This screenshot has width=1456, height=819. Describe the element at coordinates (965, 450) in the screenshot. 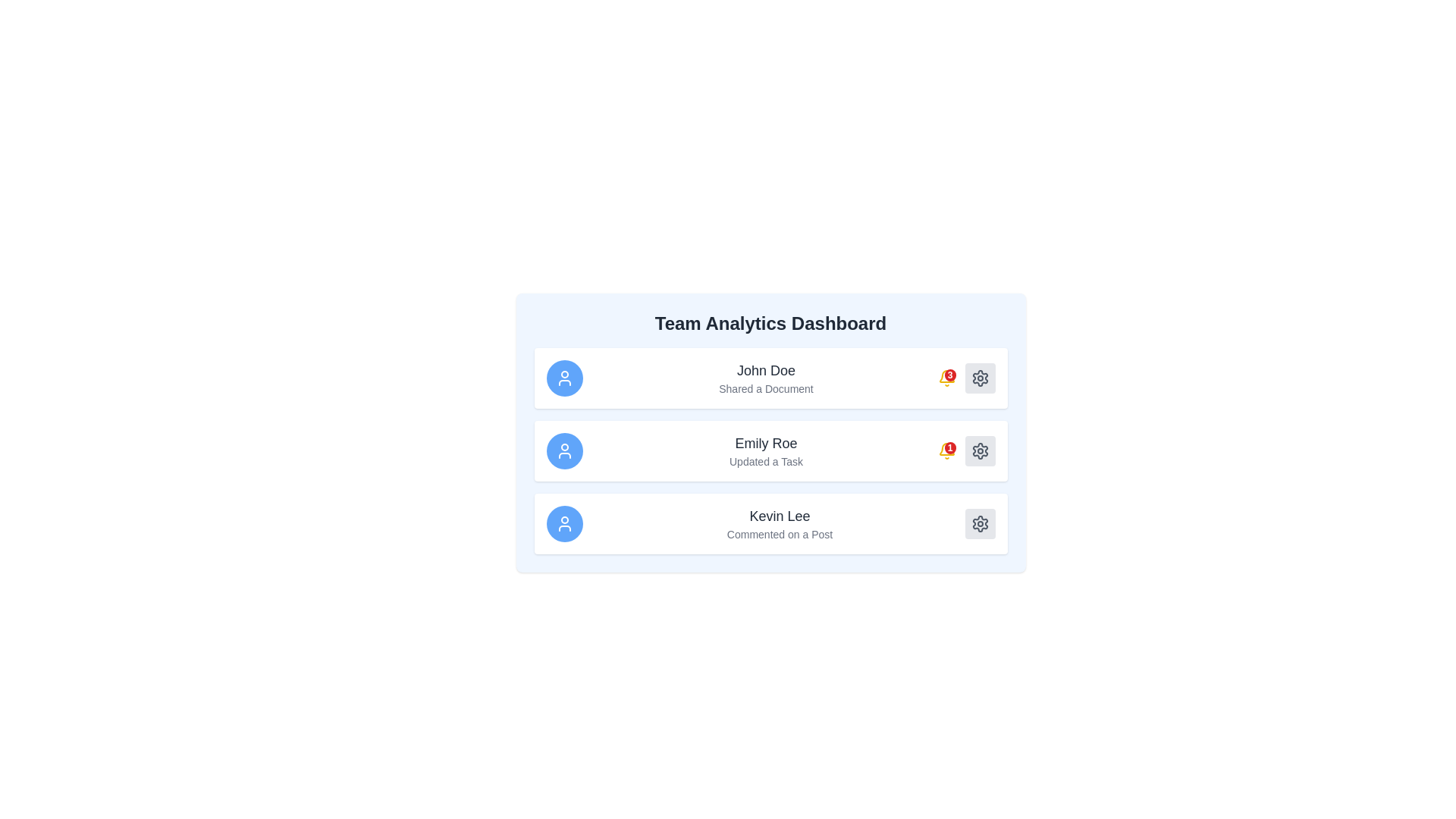

I see `the Notification badge located in the notification section of the 'Emily Roe' activity card to interact with the new notifications or updates` at that location.